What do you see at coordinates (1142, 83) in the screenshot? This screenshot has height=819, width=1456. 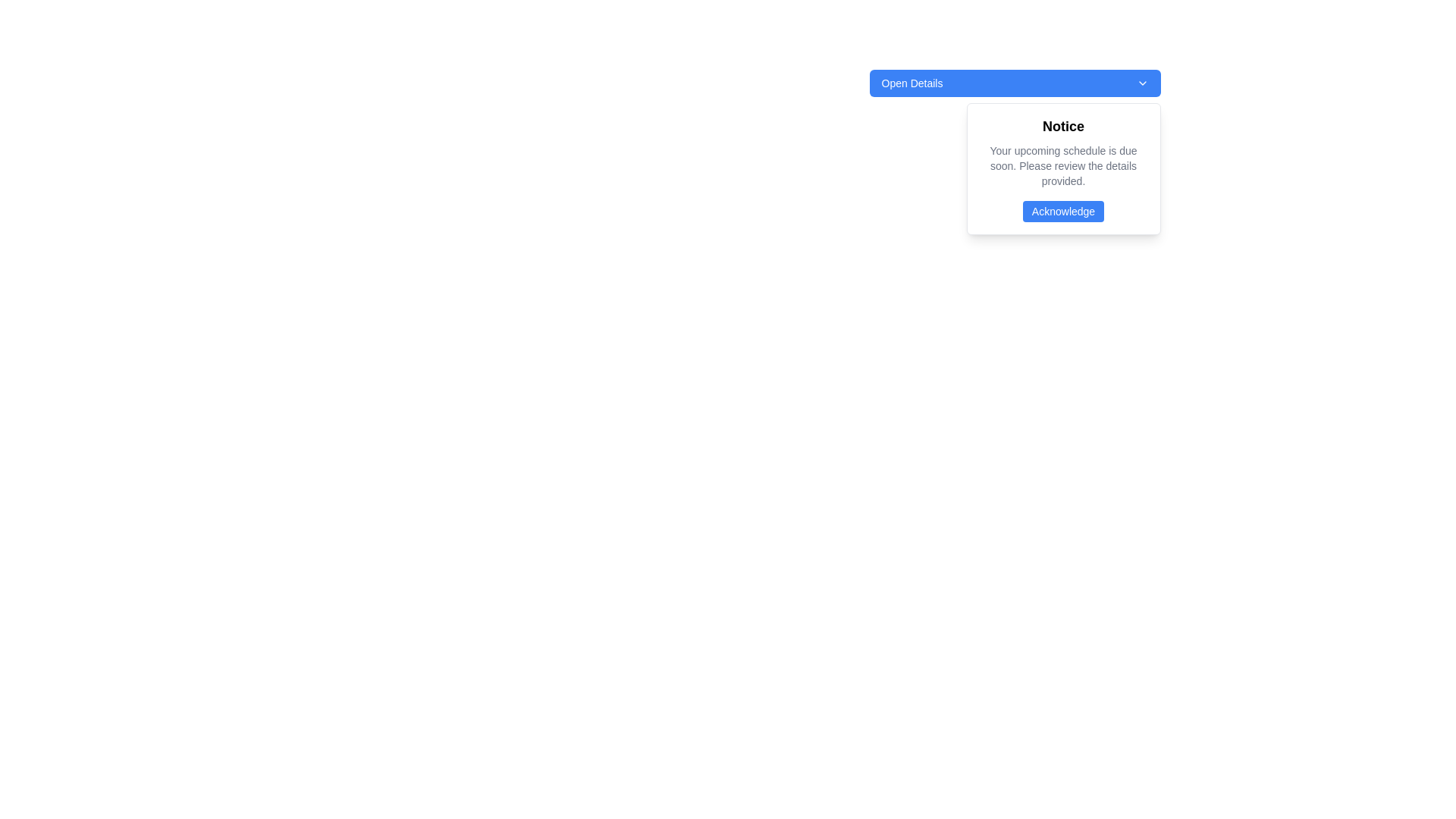 I see `the downward-pointing chevron icon located on the right side of the 'Open Details' button` at bounding box center [1142, 83].